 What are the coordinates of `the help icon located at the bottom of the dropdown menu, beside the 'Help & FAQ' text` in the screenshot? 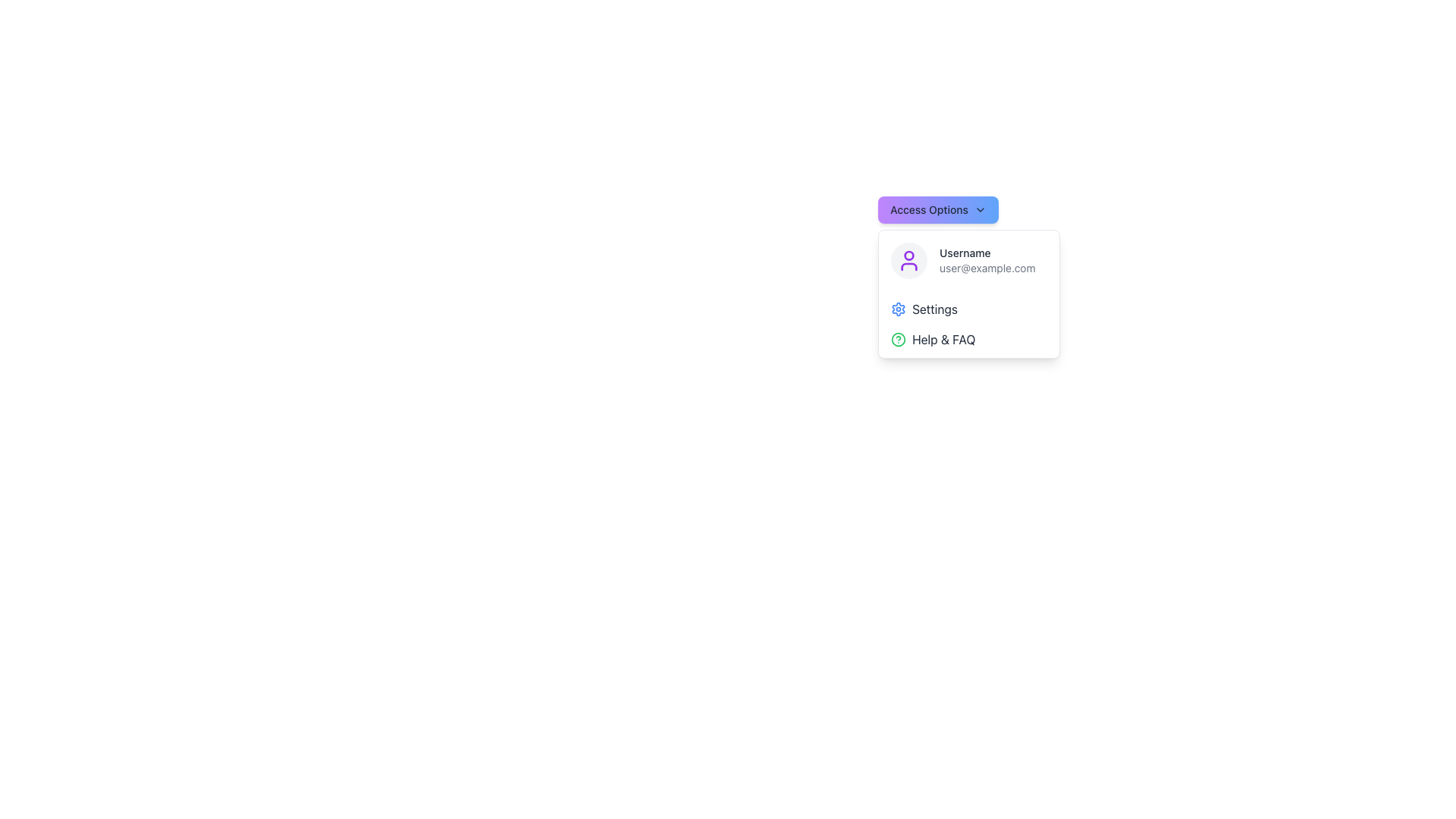 It's located at (899, 338).